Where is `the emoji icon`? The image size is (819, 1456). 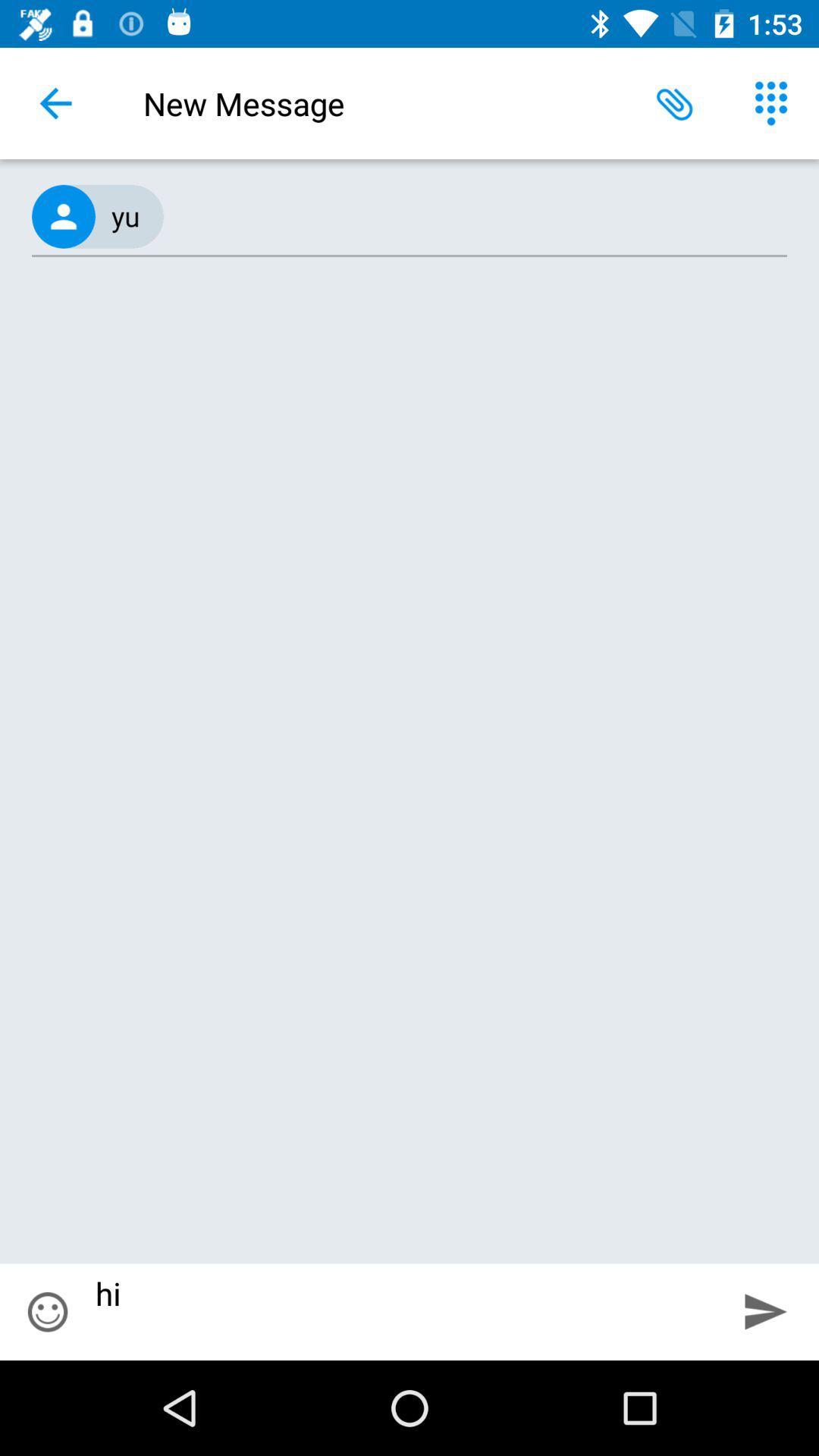
the emoji icon is located at coordinates (46, 1311).